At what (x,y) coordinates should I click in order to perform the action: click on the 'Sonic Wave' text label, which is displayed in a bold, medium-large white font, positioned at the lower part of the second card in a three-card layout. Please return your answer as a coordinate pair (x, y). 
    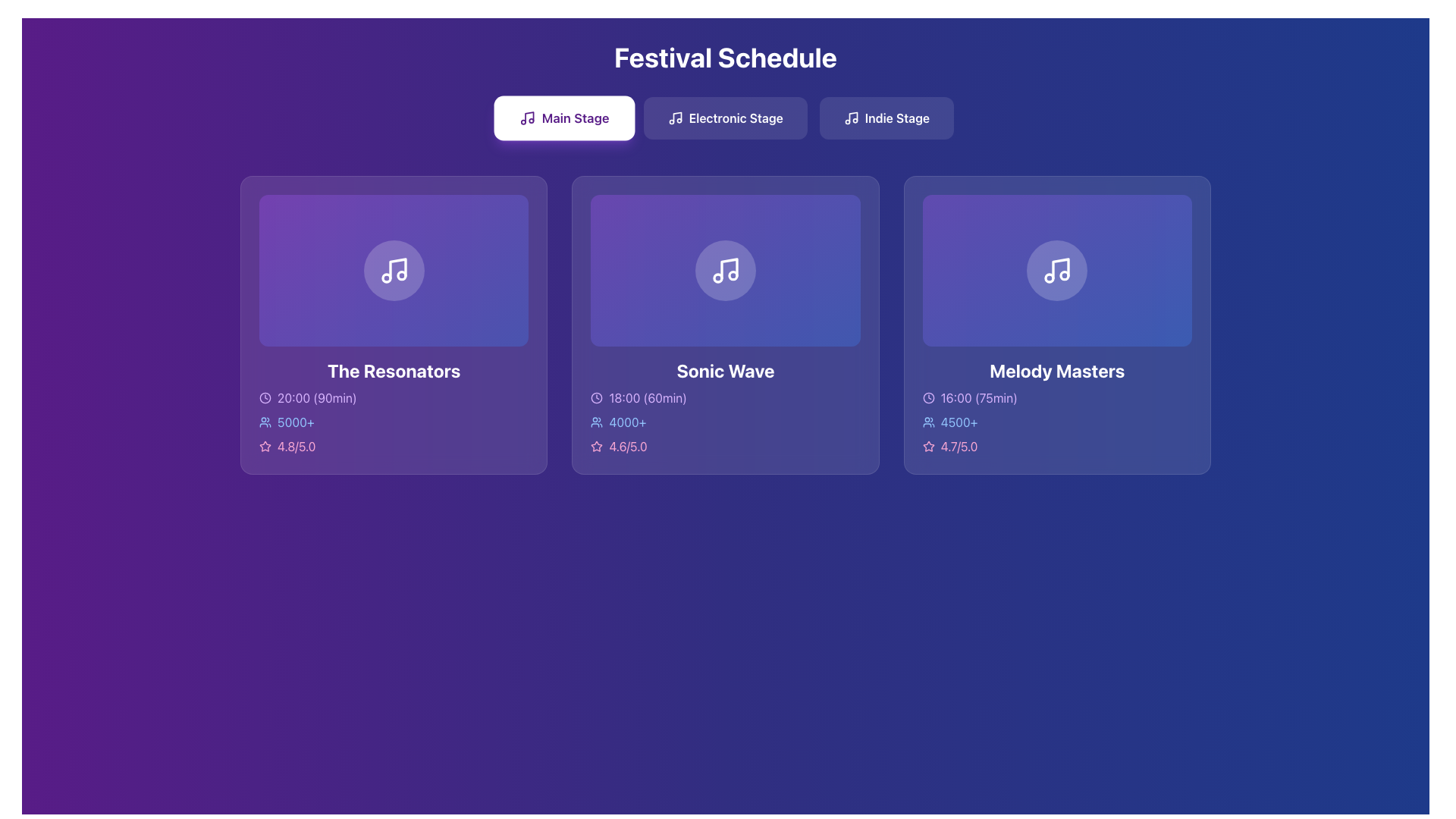
    Looking at the image, I should click on (724, 370).